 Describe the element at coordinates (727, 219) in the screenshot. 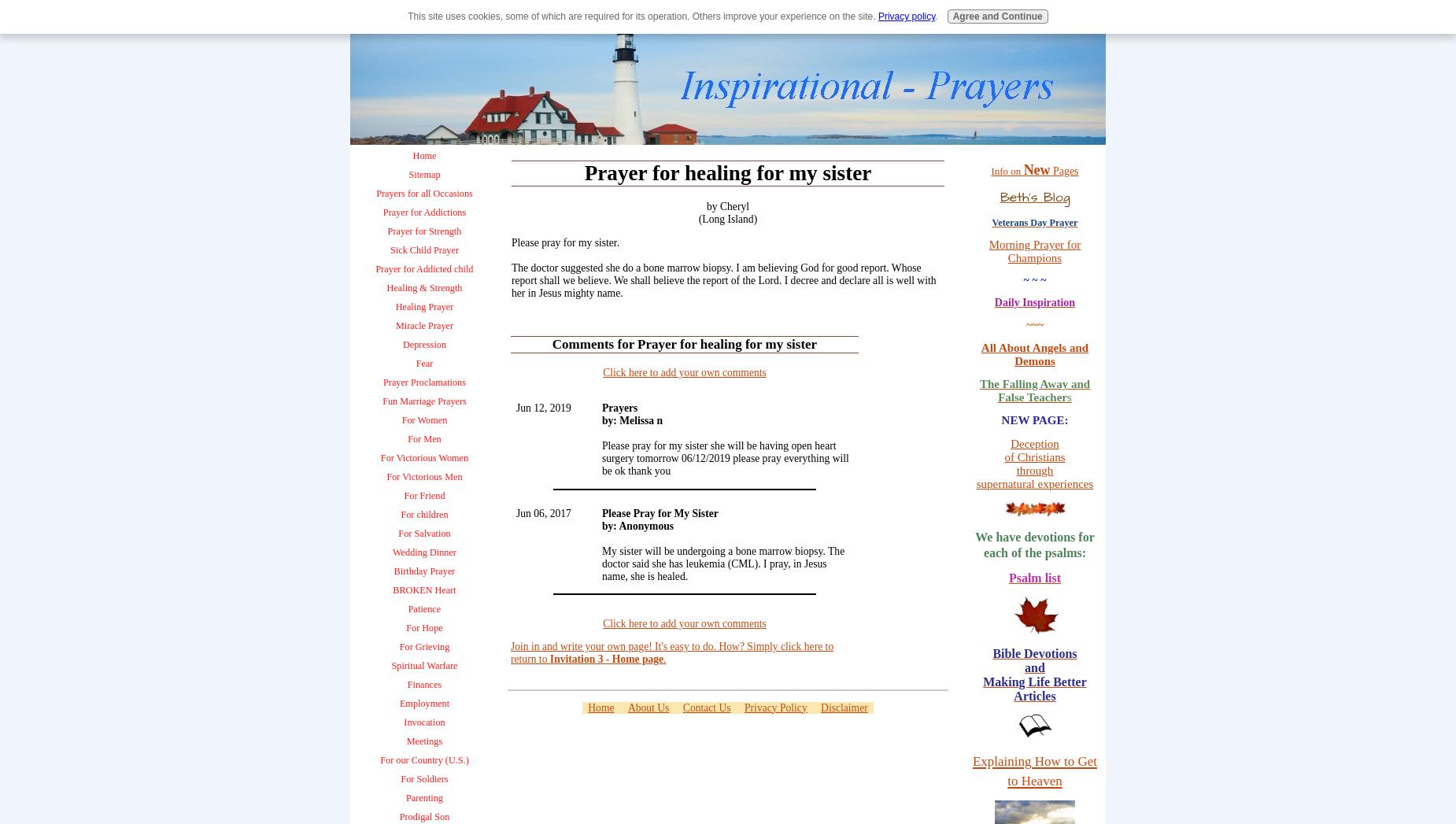

I see `'(Long Island)'` at that location.